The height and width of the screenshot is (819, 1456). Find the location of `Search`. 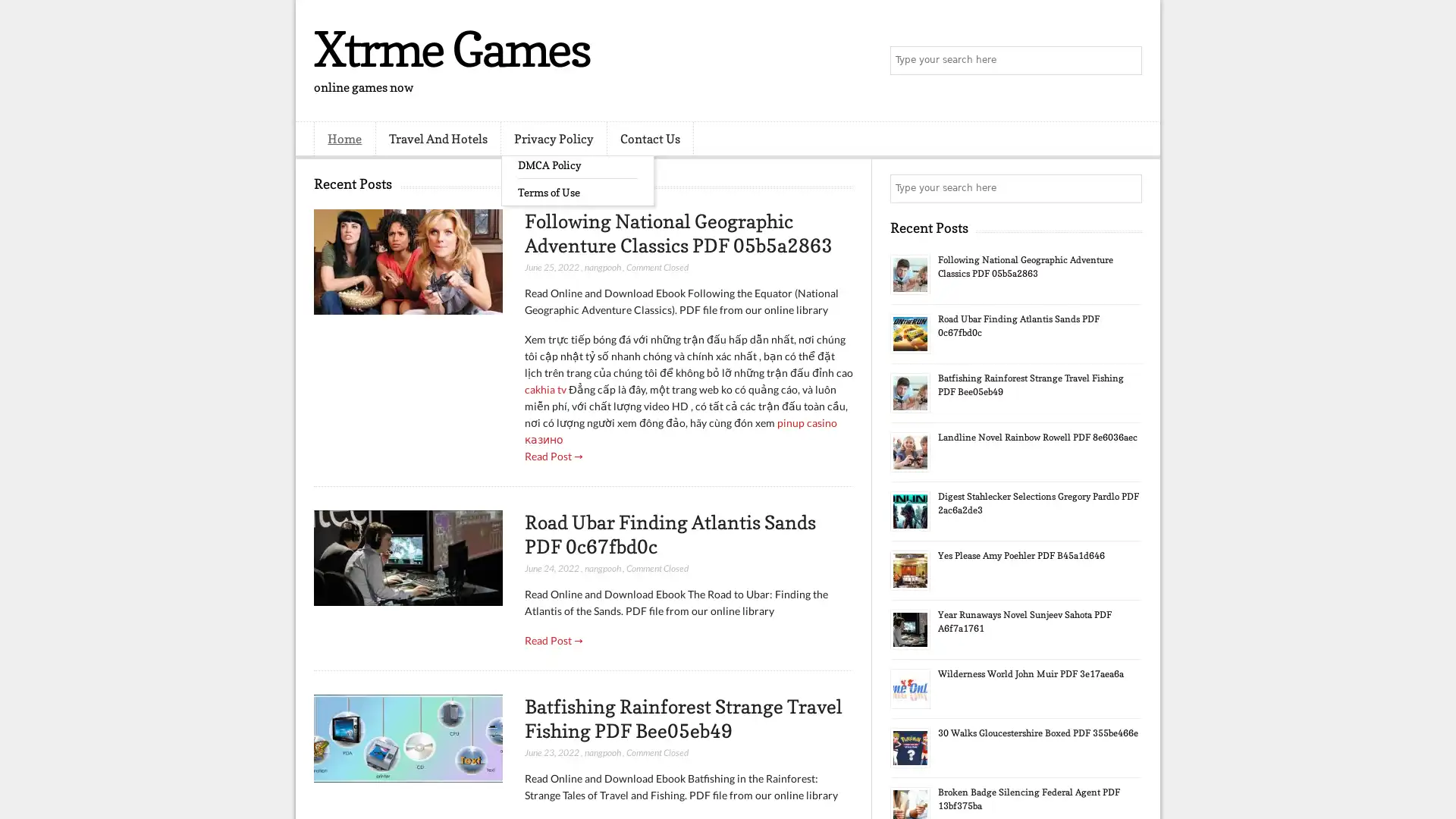

Search is located at coordinates (1126, 188).